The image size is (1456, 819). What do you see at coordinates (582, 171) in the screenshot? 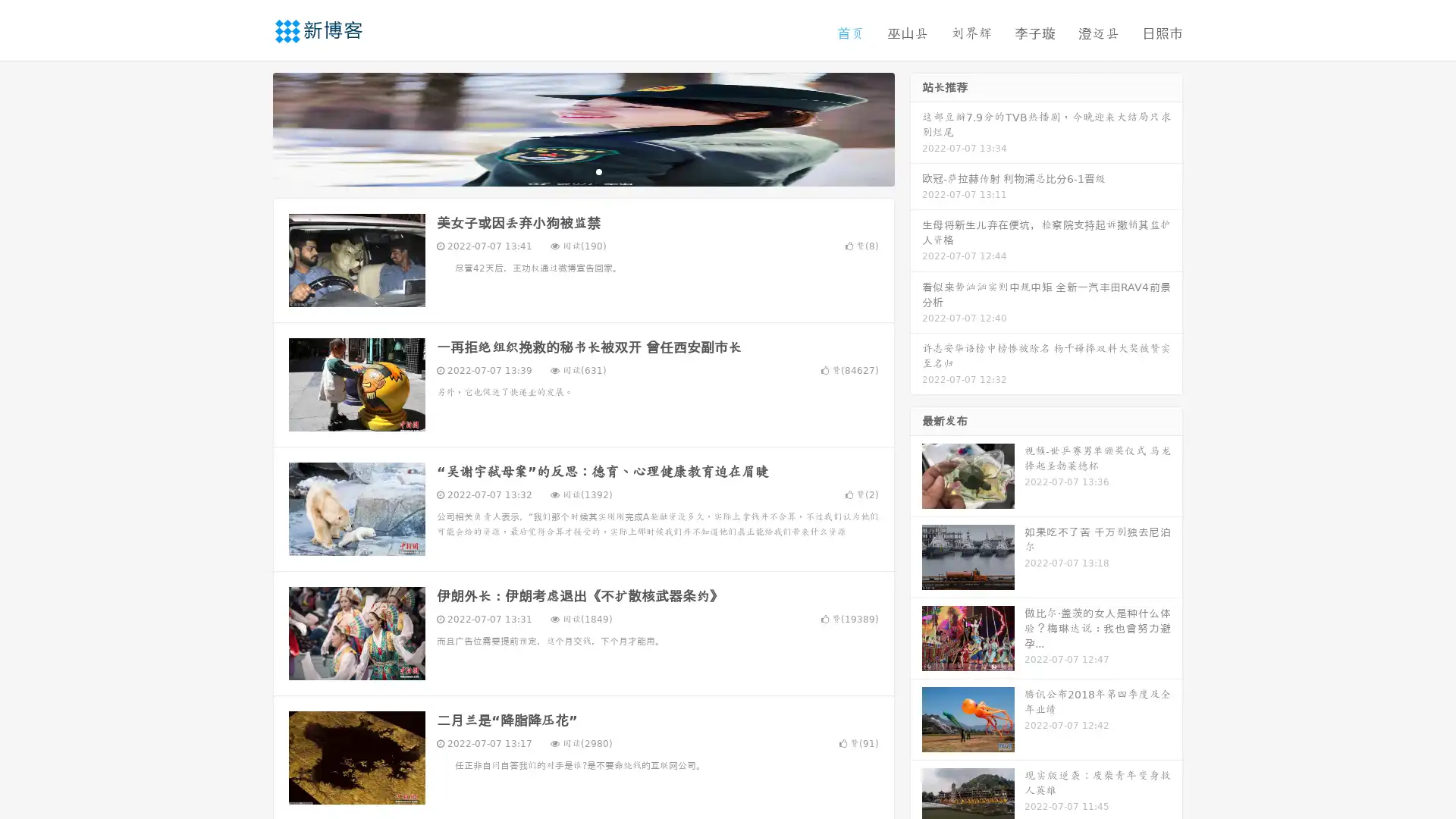
I see `Go to slide 2` at bounding box center [582, 171].